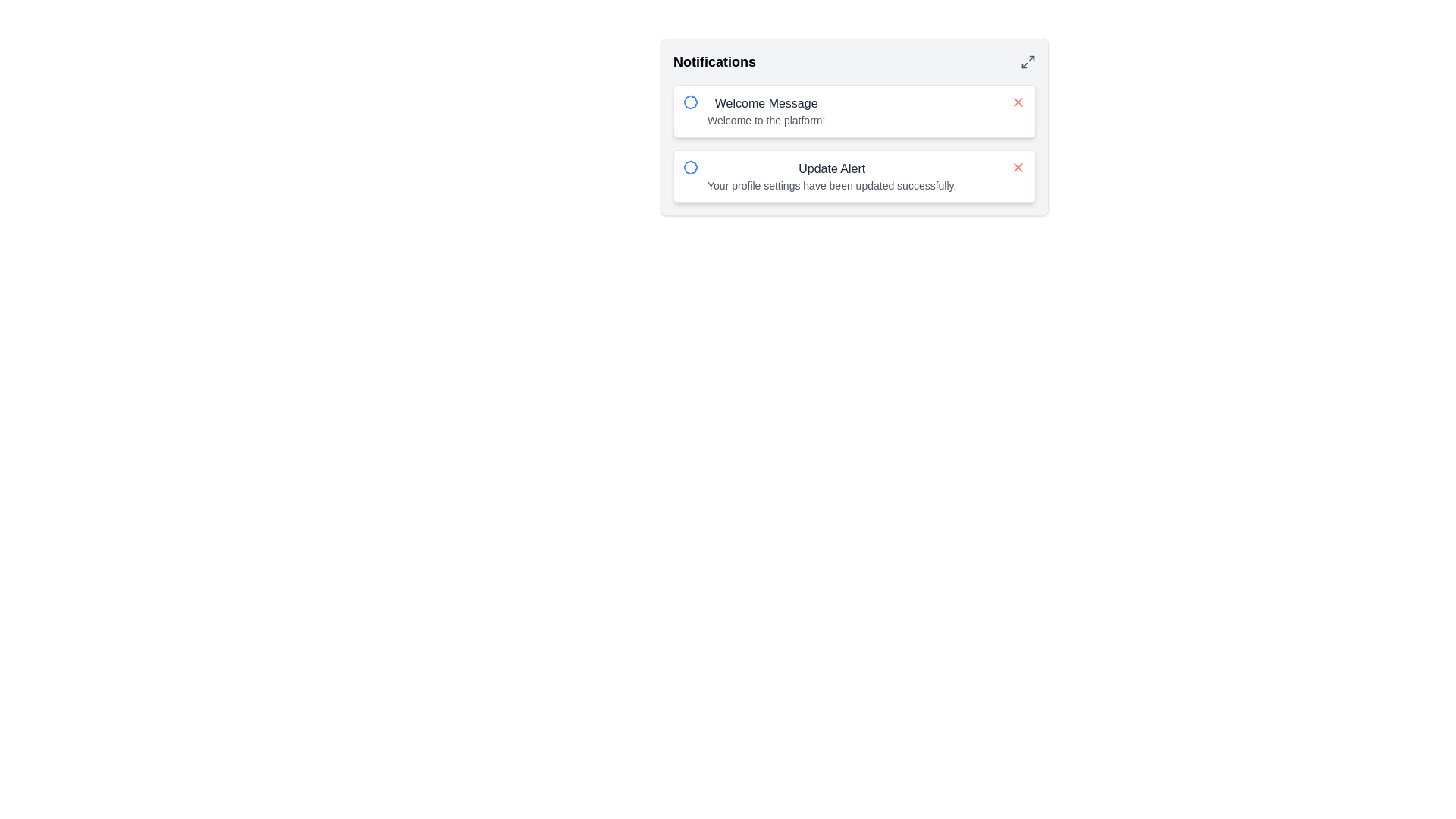 The image size is (1456, 819). Describe the element at coordinates (831, 185) in the screenshot. I see `the text snippet reading 'Your profile settings have been updated successfully.' located below 'Update Alert' in the second notification card of the 'Notifications' section` at that location.